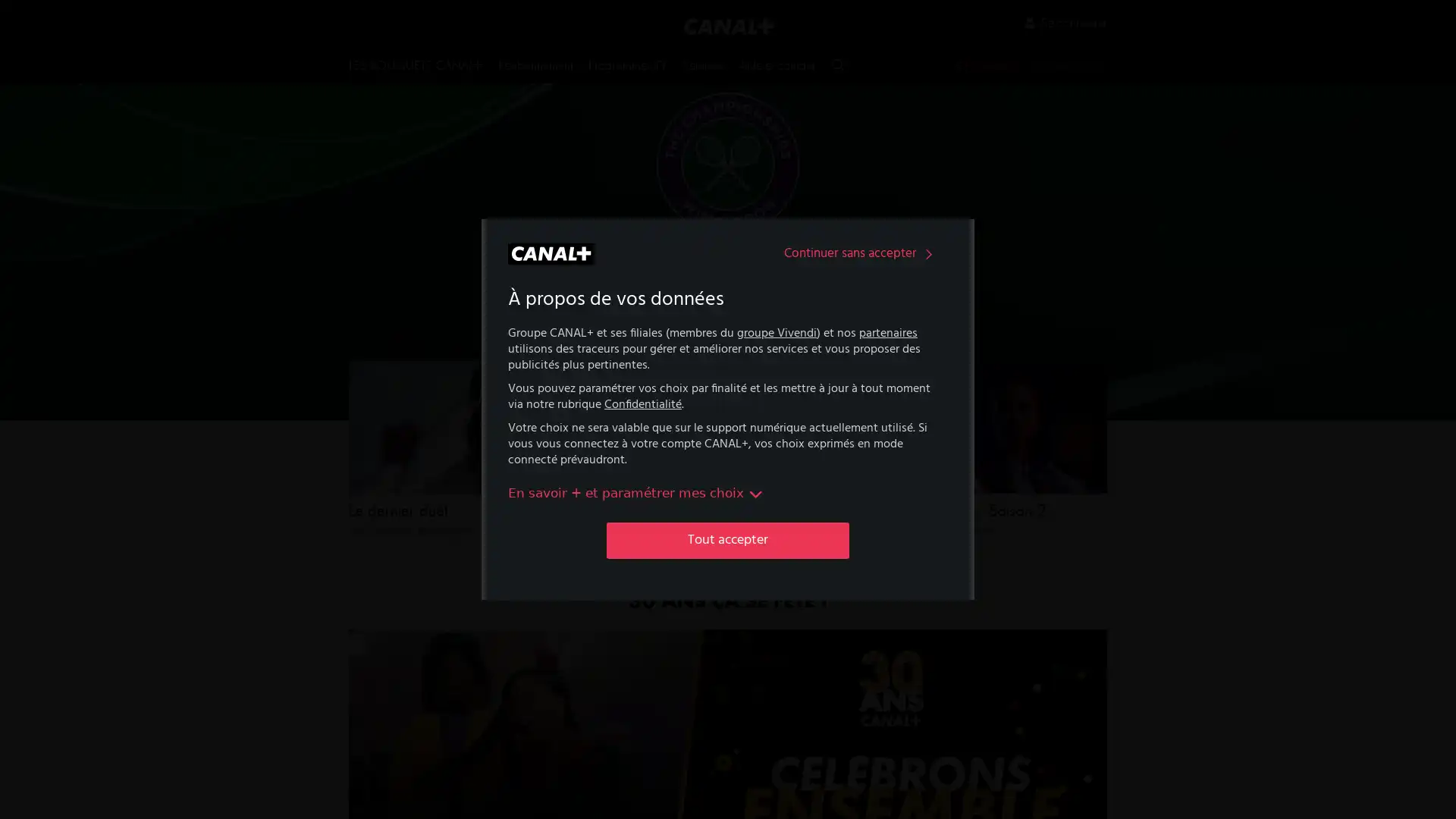 The image size is (1456, 819). I want to click on Tchad, so click(872, 519).